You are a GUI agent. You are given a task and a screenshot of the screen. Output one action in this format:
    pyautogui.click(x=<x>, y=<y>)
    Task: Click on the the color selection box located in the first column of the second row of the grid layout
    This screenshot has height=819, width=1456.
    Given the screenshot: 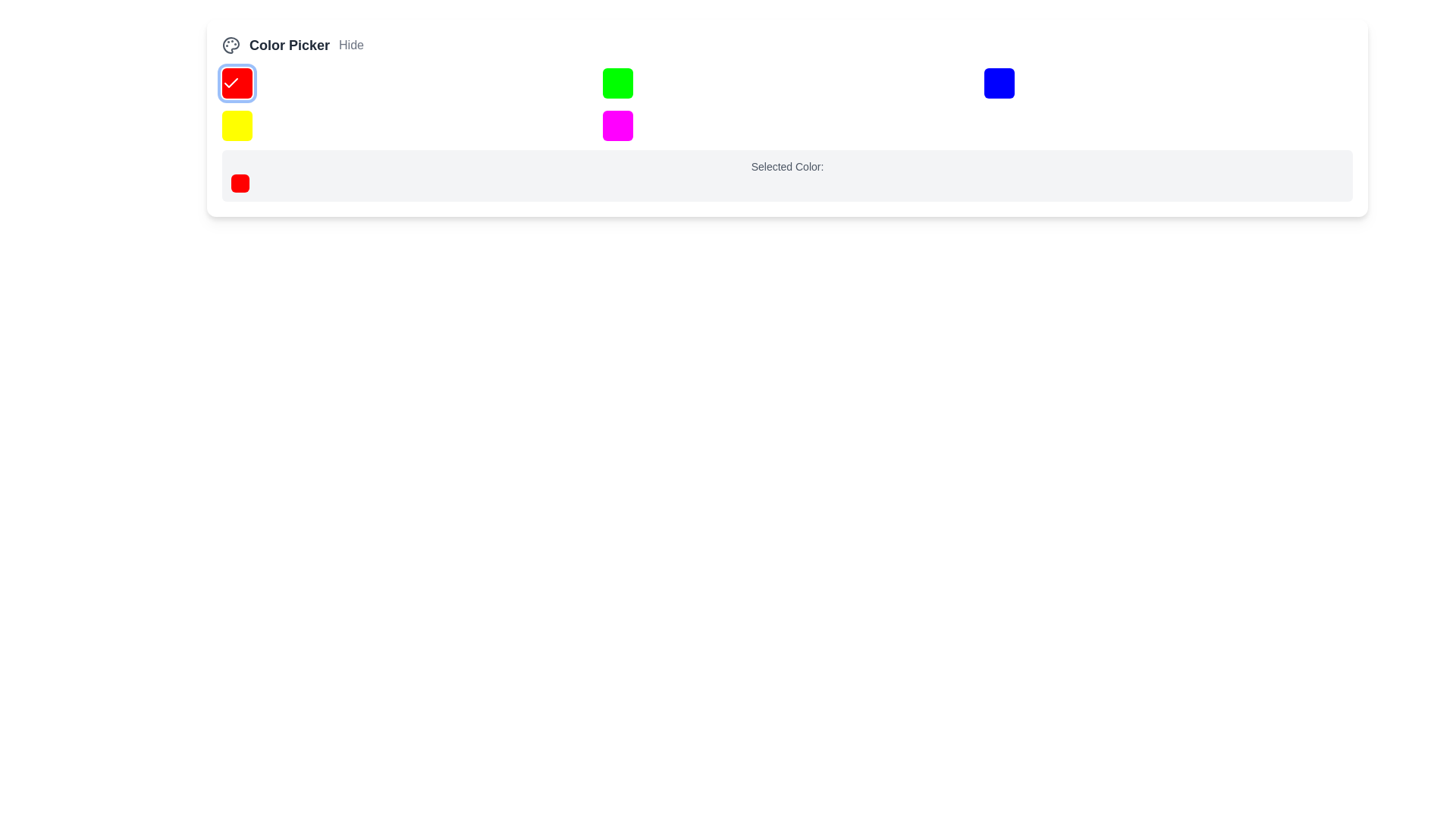 What is the action you would take?
    pyautogui.click(x=236, y=124)
    